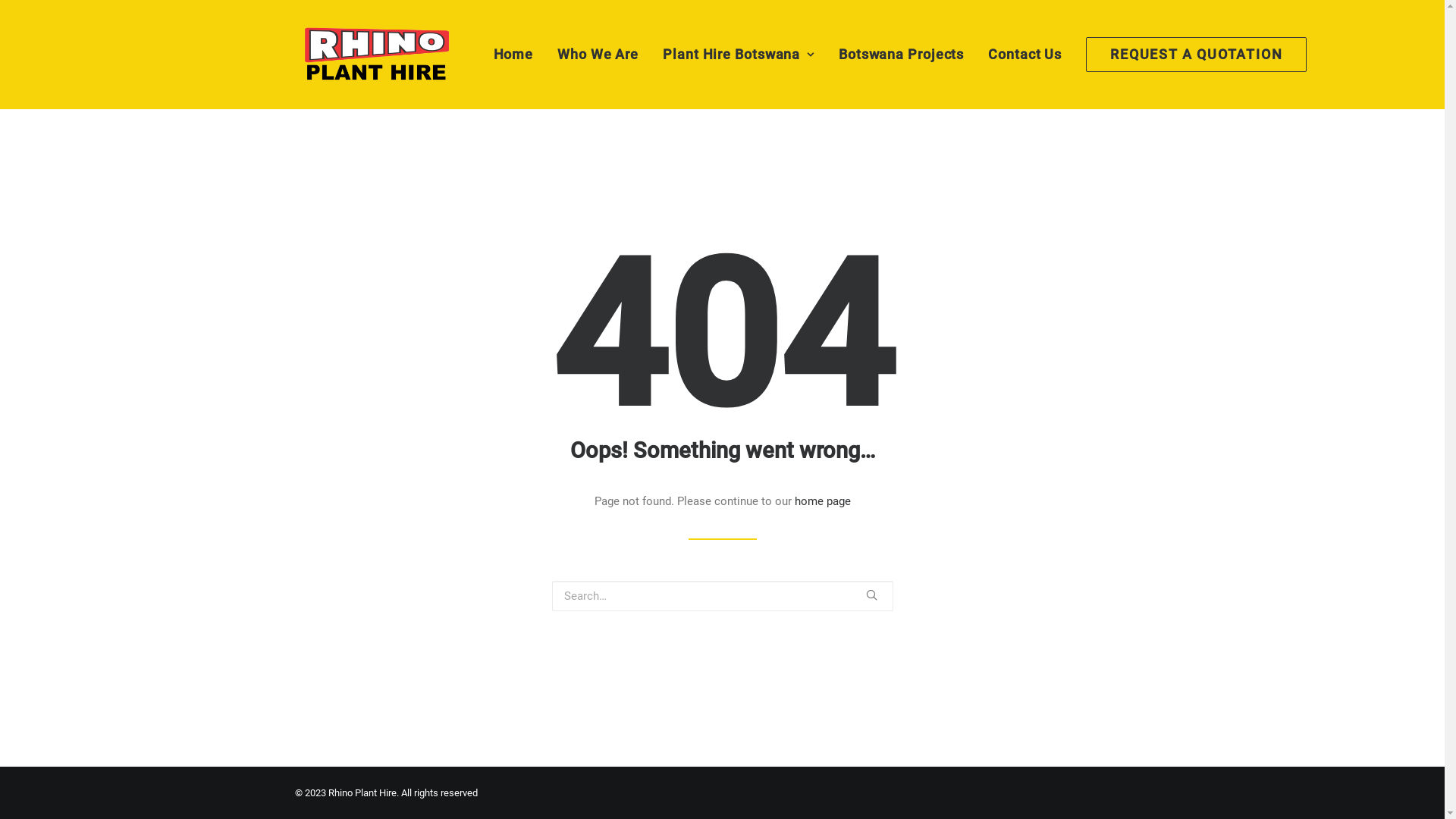 The image size is (1456, 819). I want to click on 'Botswana Projects', so click(901, 54).